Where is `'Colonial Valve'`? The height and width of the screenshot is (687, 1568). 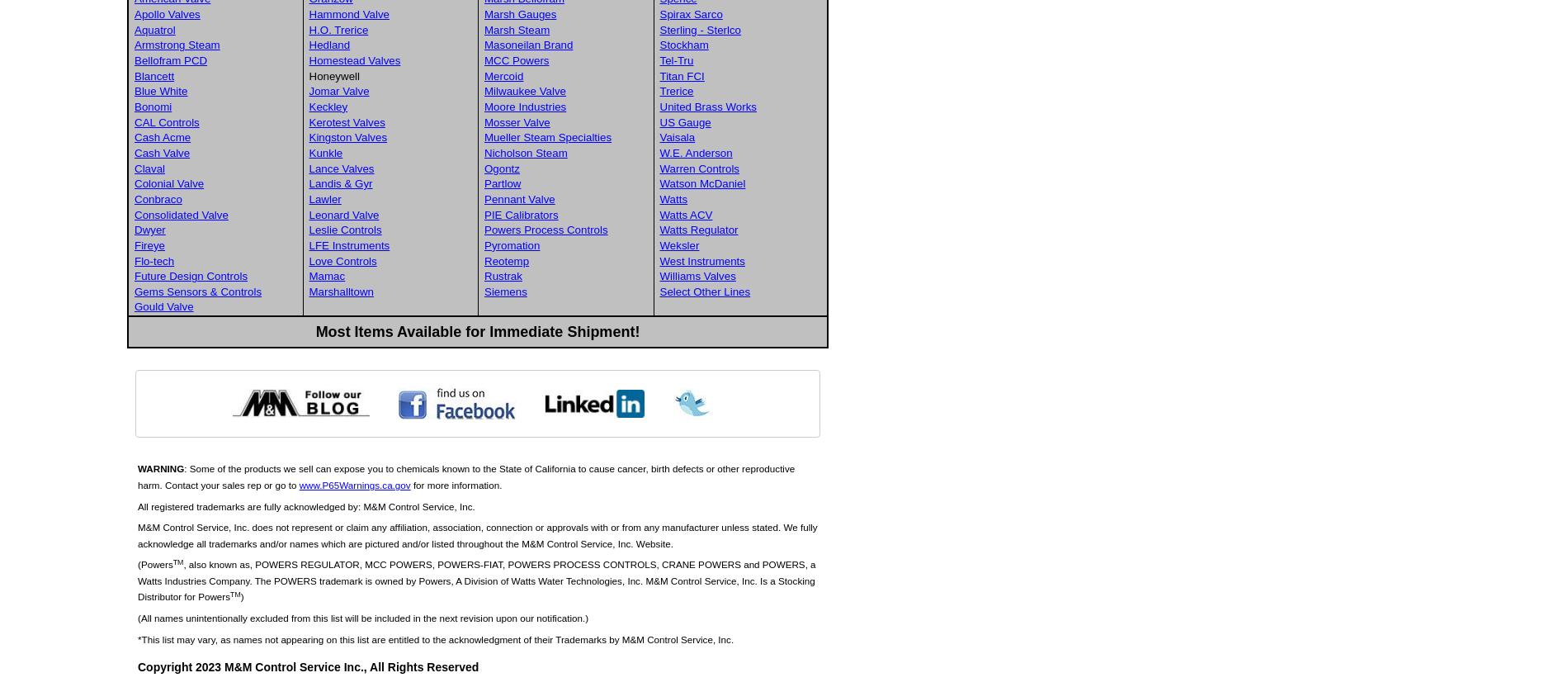
'Colonial Valve' is located at coordinates (169, 183).